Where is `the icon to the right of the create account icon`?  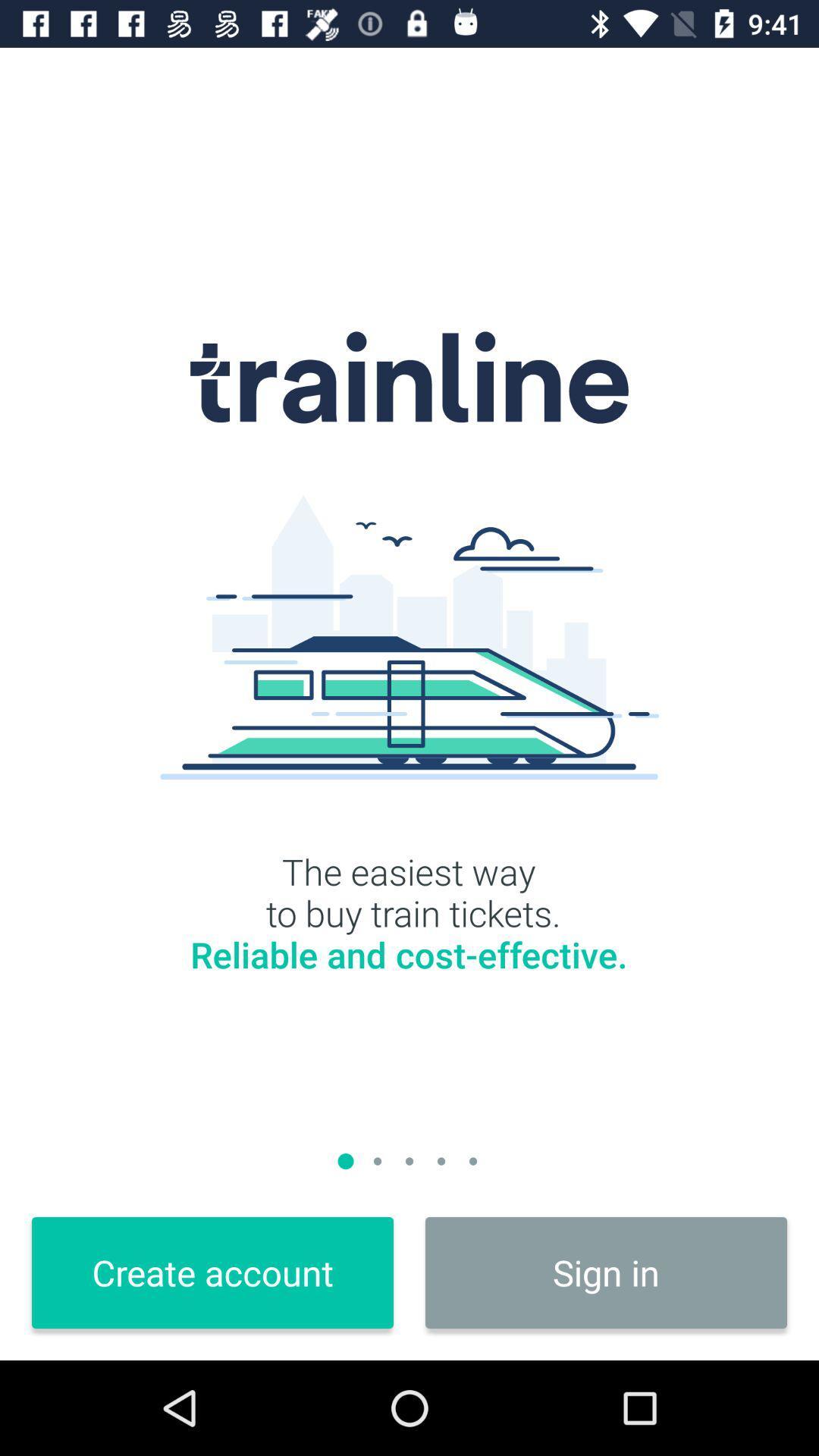 the icon to the right of the create account icon is located at coordinates (605, 1272).